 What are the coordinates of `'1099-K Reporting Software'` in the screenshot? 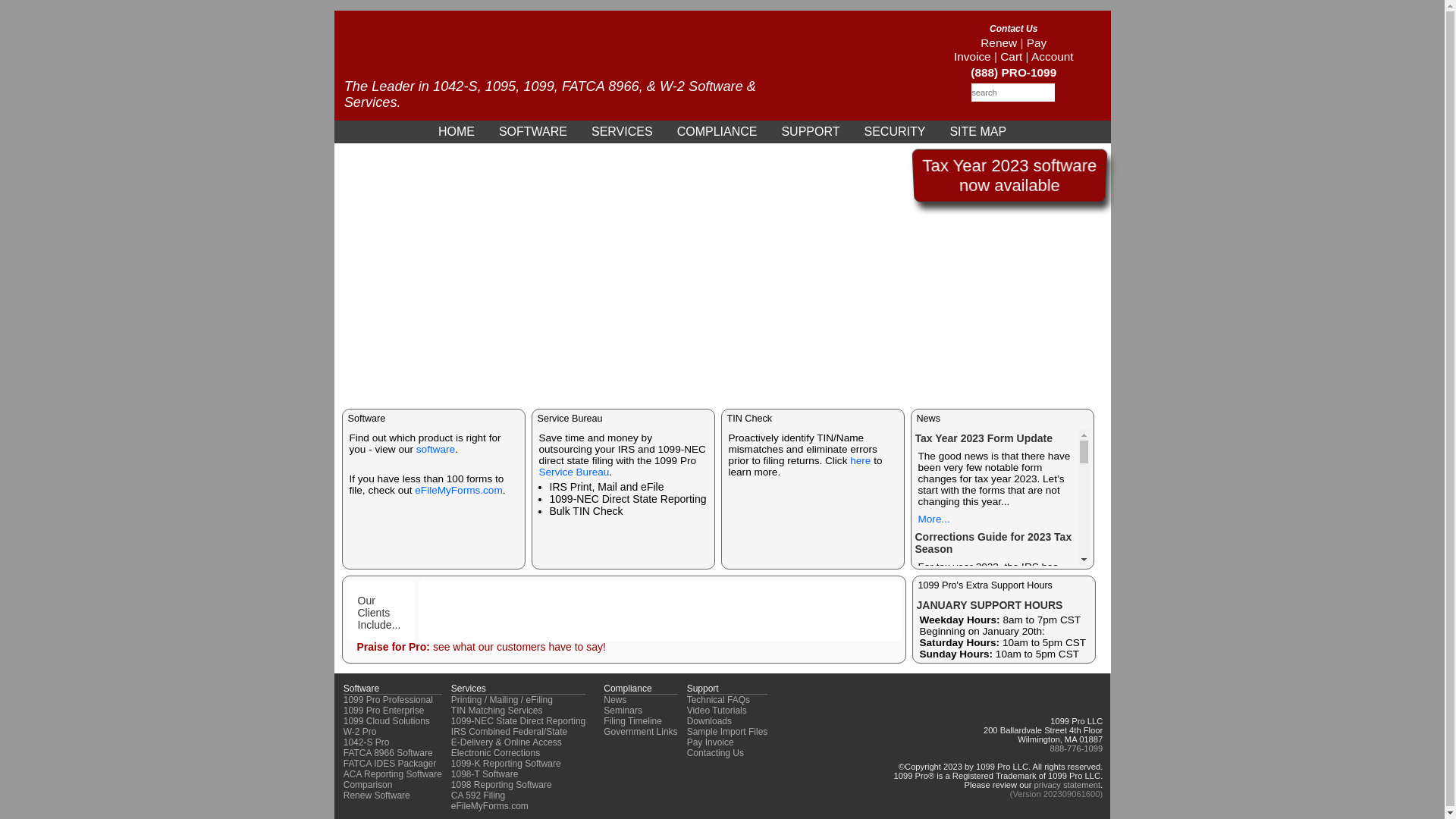 It's located at (450, 763).